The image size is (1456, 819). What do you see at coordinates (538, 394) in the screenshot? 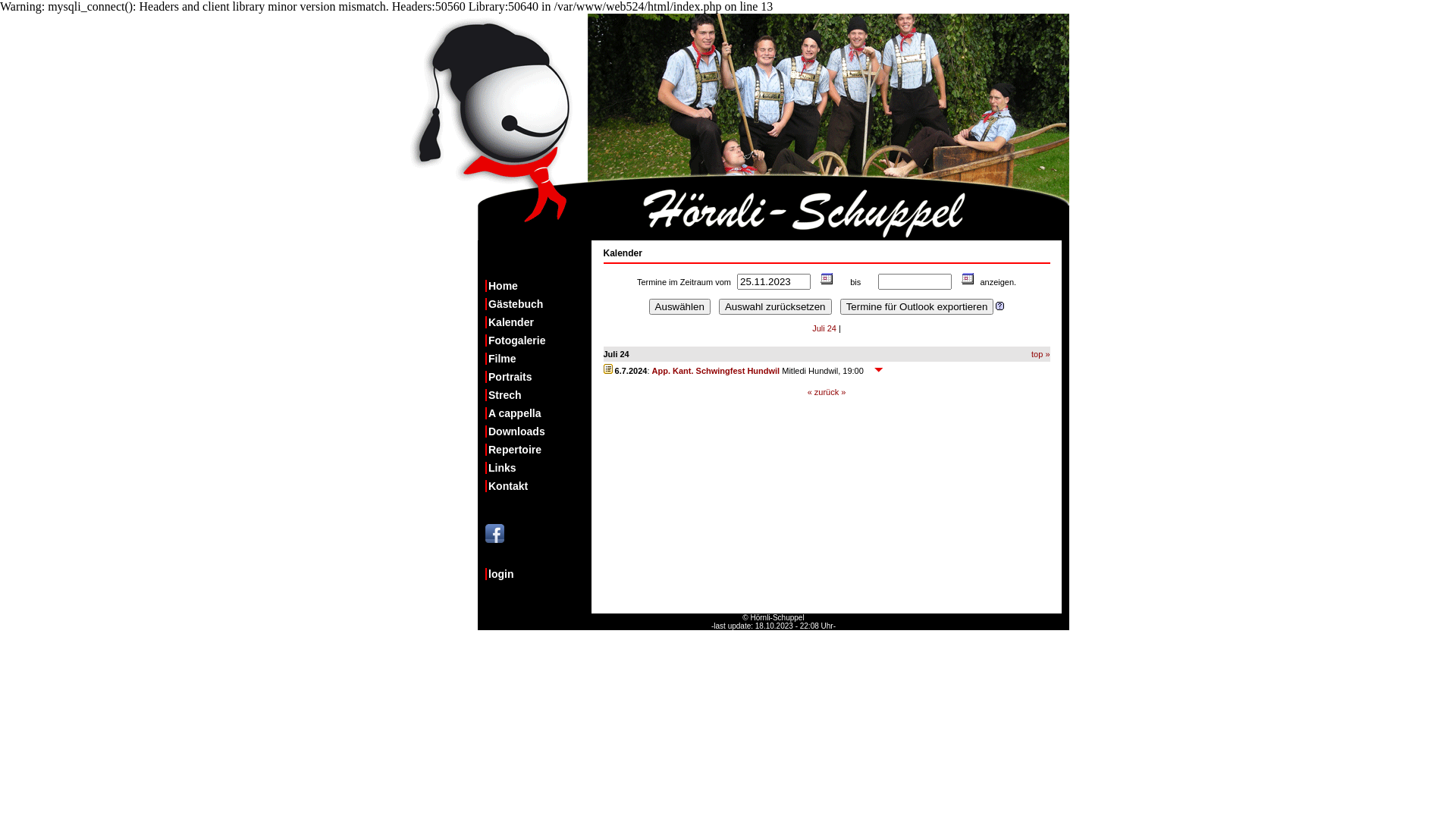
I see `'Strech'` at bounding box center [538, 394].